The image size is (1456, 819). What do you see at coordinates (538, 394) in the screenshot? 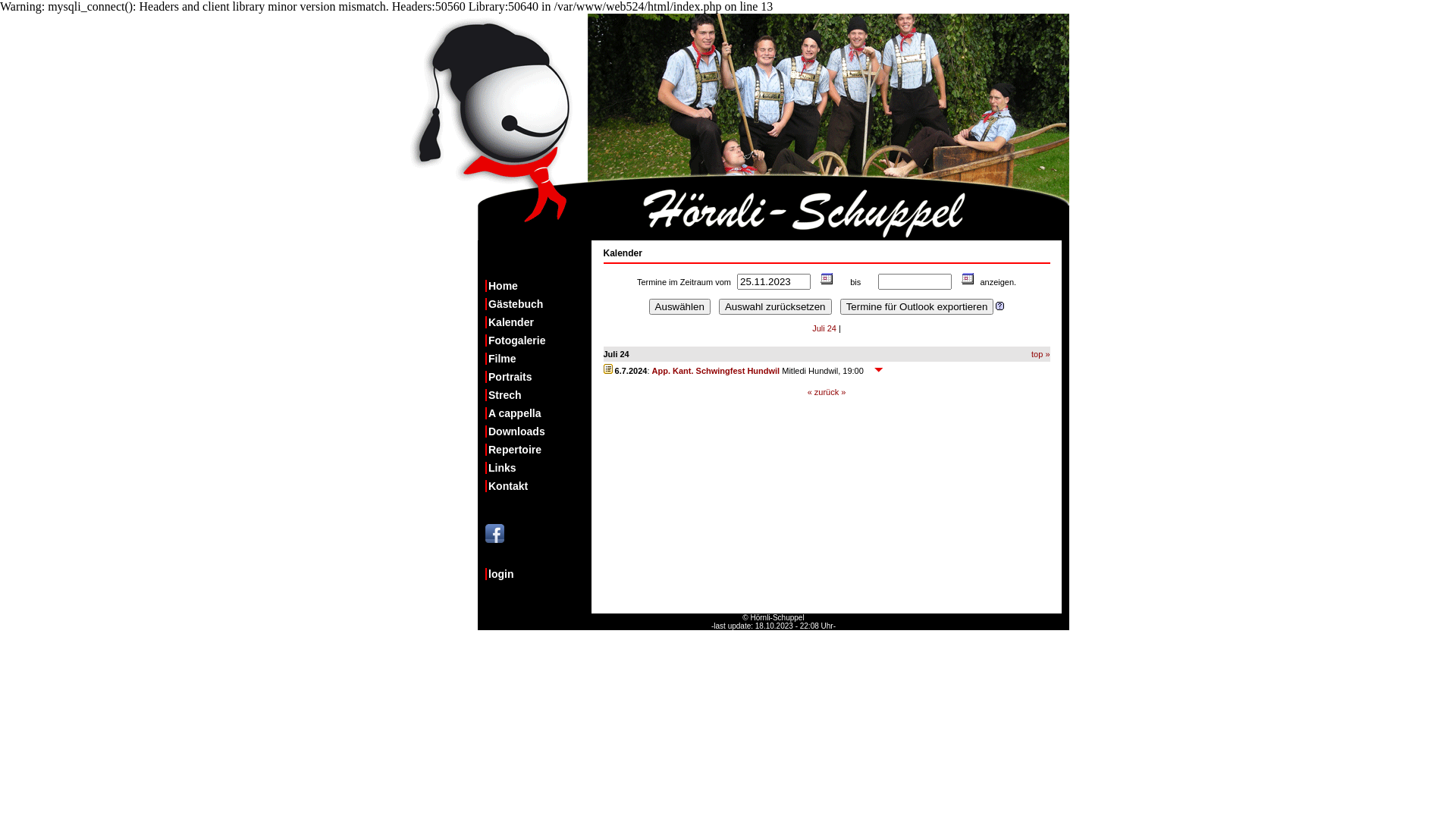
I see `'Strech'` at bounding box center [538, 394].